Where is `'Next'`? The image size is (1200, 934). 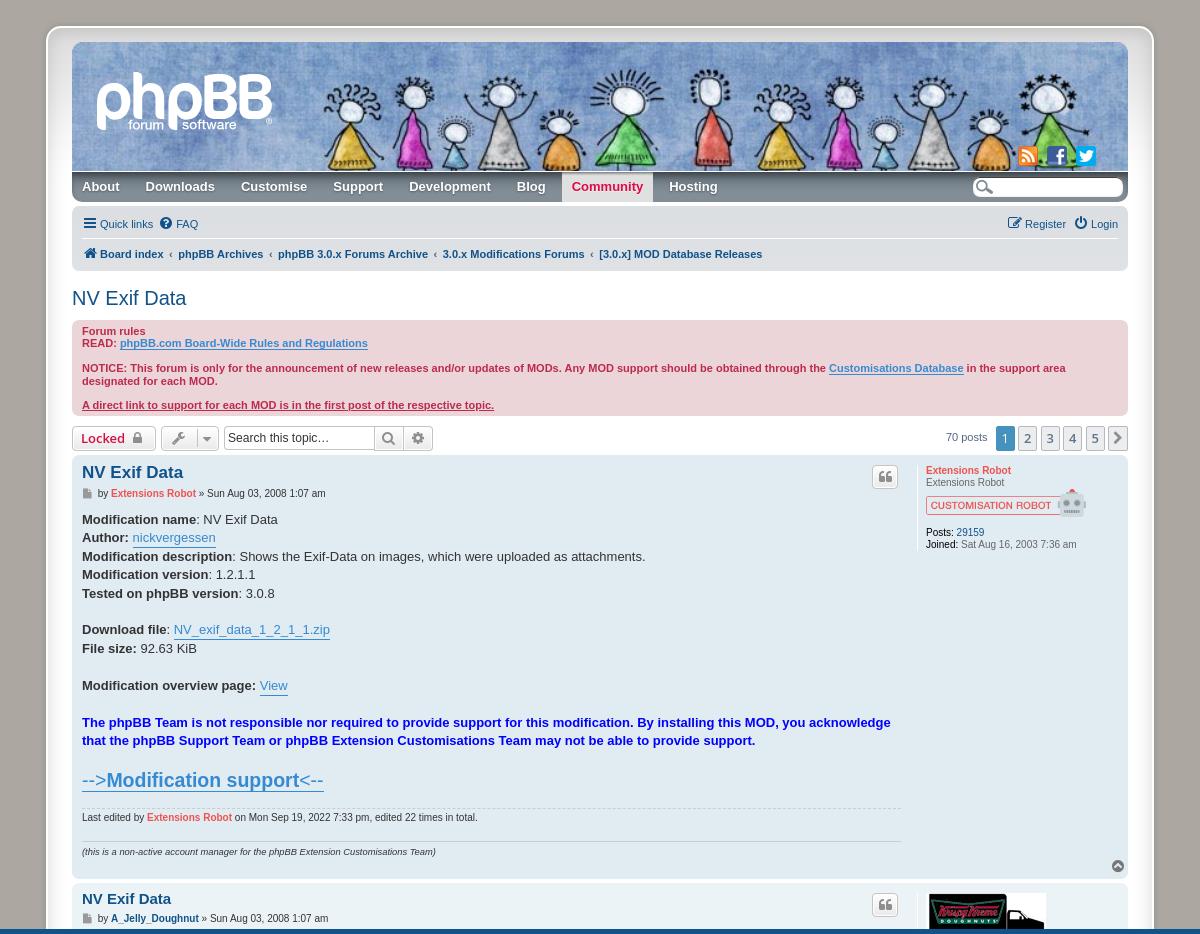 'Next' is located at coordinates (1144, 438).